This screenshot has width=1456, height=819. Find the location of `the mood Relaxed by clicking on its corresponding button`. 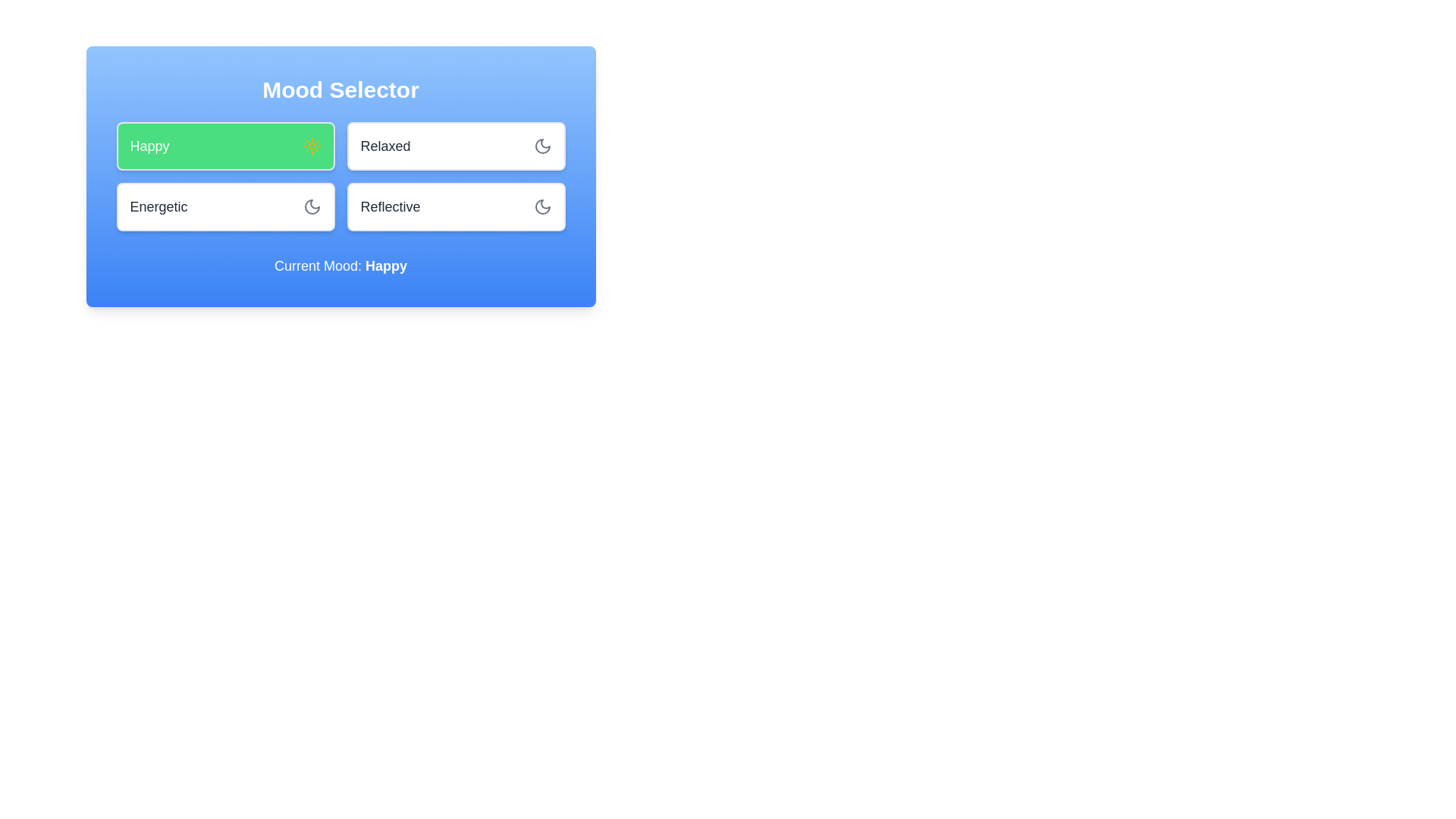

the mood Relaxed by clicking on its corresponding button is located at coordinates (455, 146).